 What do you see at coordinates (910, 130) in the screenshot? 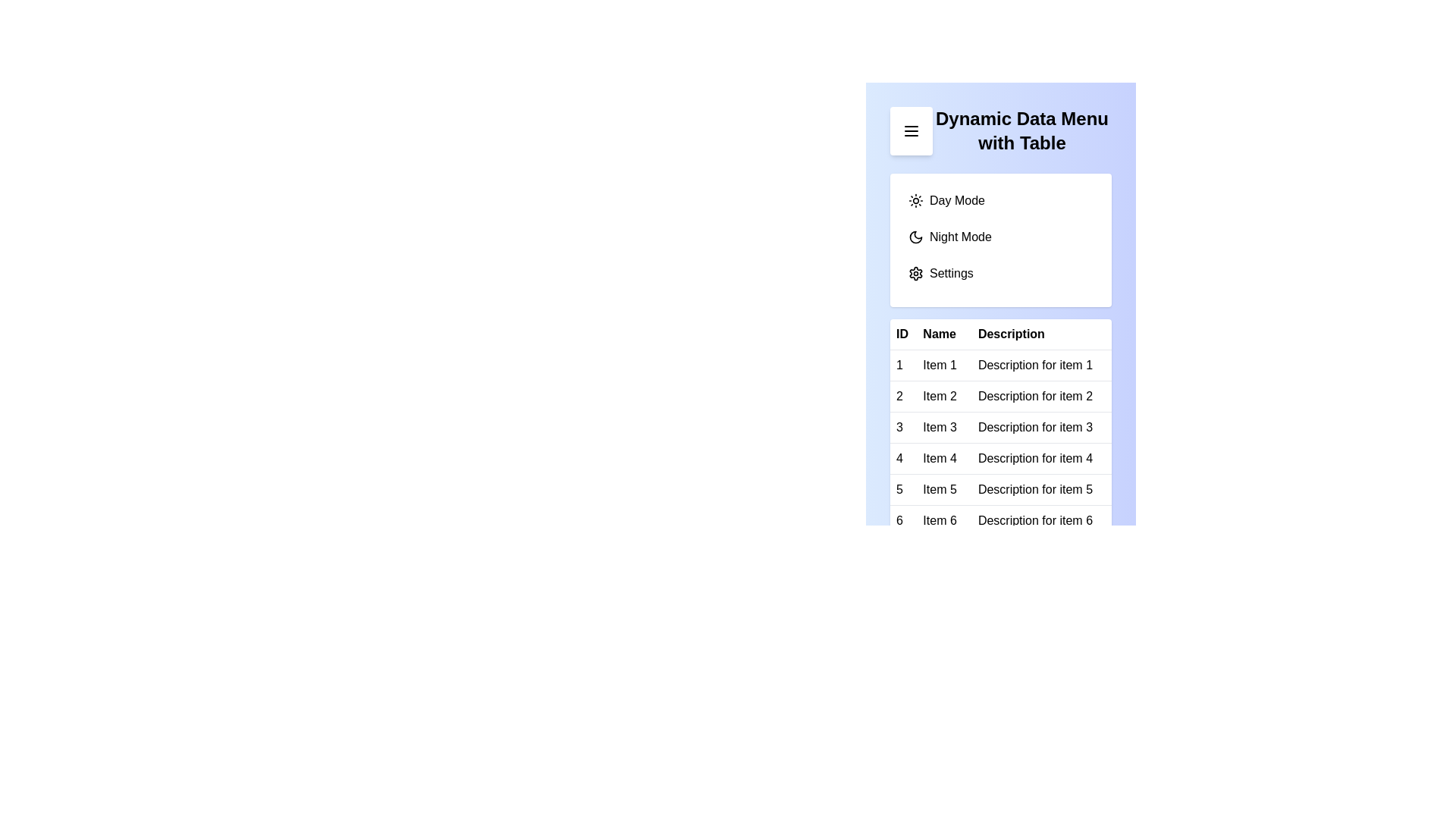
I see `menu button to toggle the menu visibility` at bounding box center [910, 130].